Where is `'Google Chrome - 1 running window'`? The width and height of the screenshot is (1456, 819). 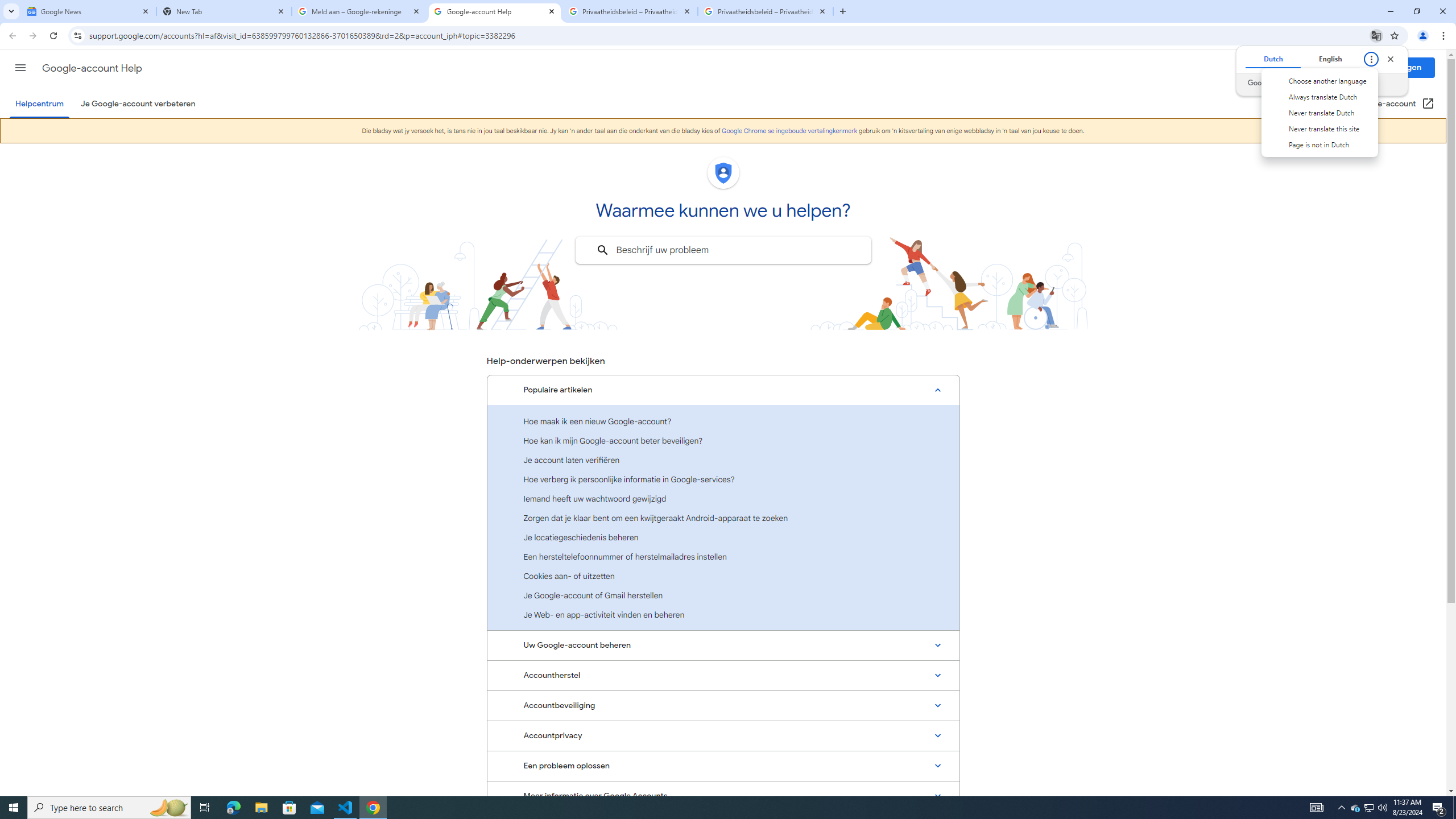 'Google Chrome - 1 running window' is located at coordinates (373, 806).